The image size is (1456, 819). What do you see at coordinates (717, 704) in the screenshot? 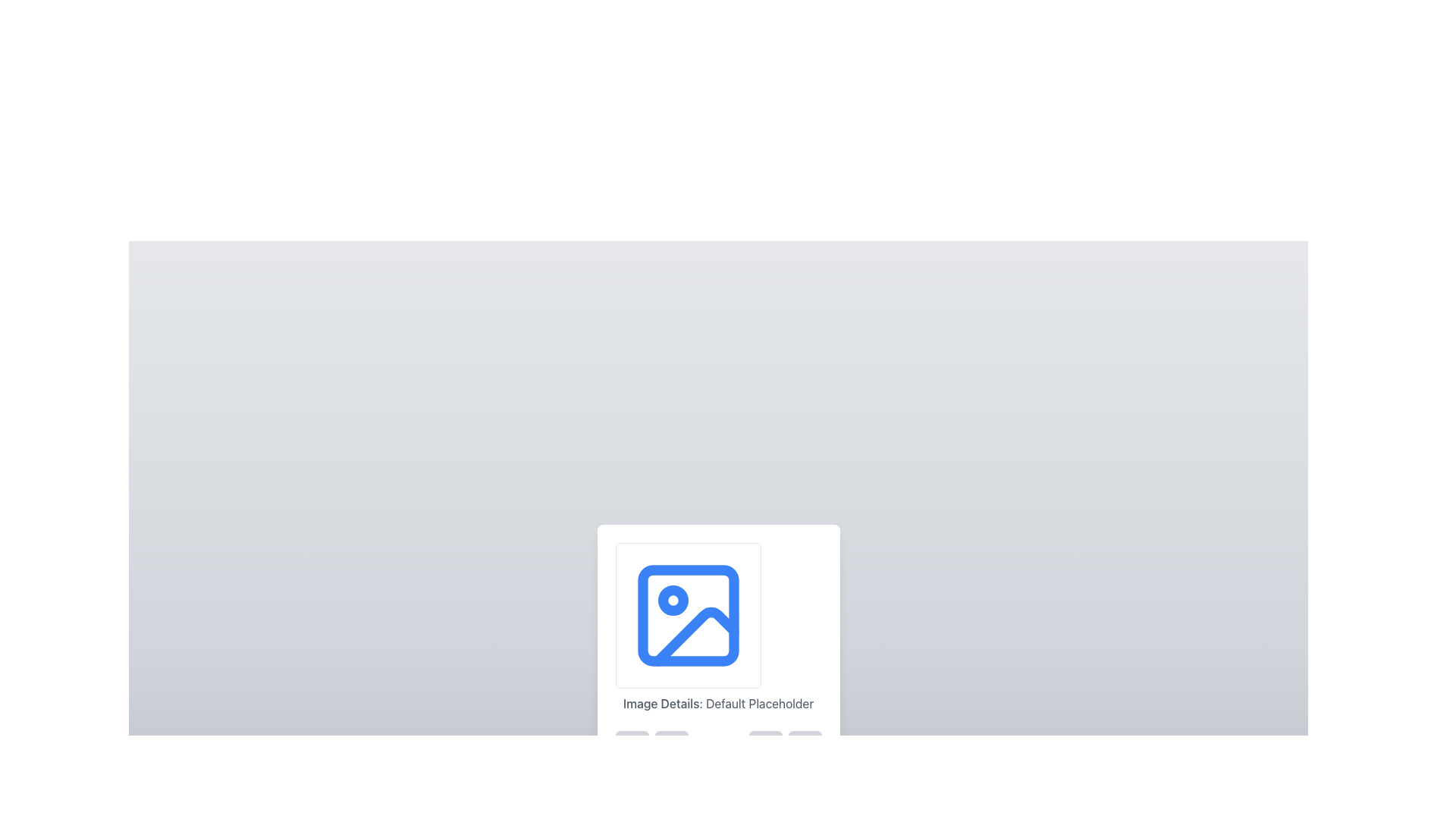
I see `the text element displaying 'Image Details: Default Placeholder', which is center-aligned and located below the square image placeholder` at bounding box center [717, 704].